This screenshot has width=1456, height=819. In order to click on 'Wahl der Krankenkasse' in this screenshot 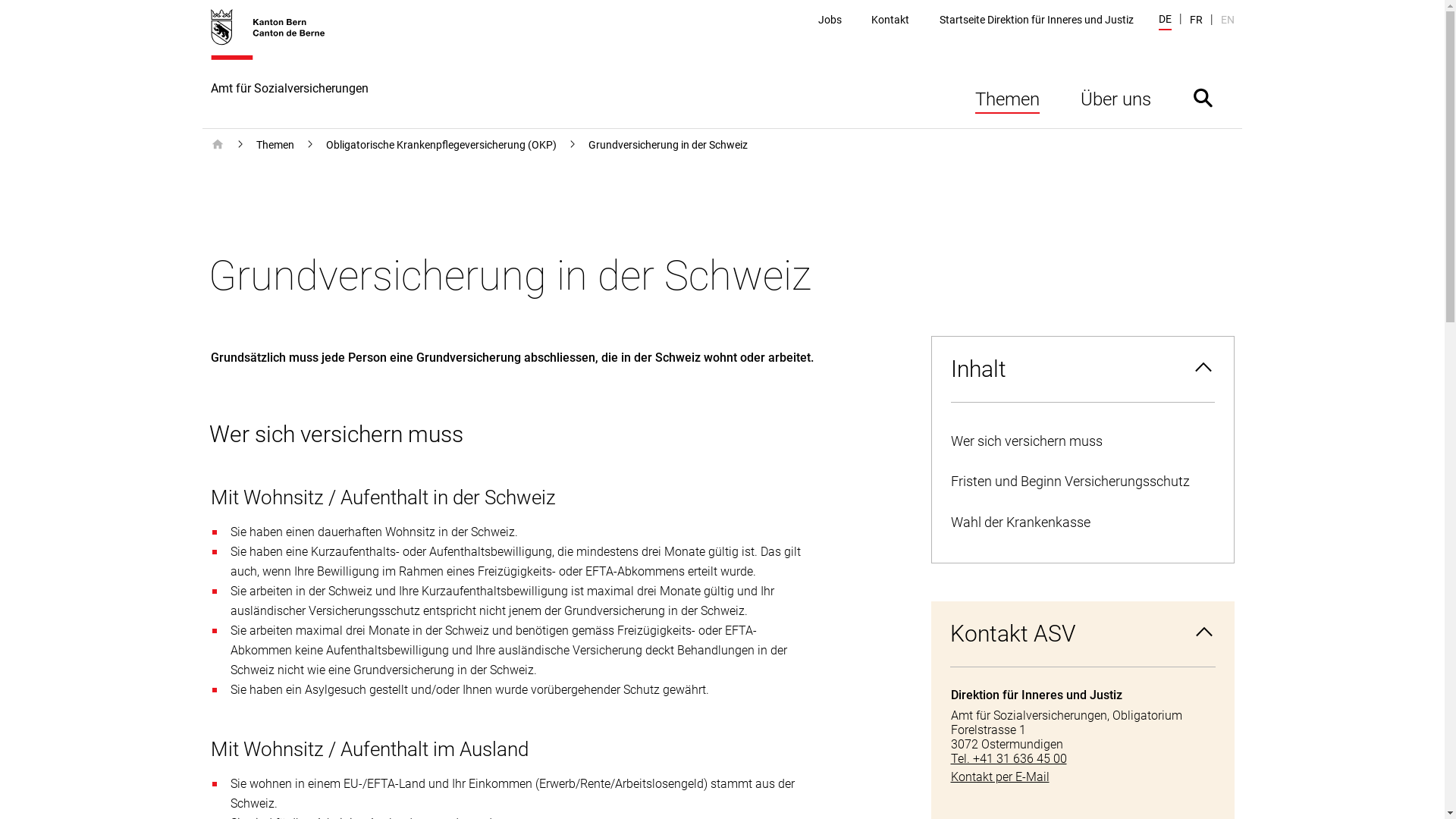, I will do `click(1081, 522)`.